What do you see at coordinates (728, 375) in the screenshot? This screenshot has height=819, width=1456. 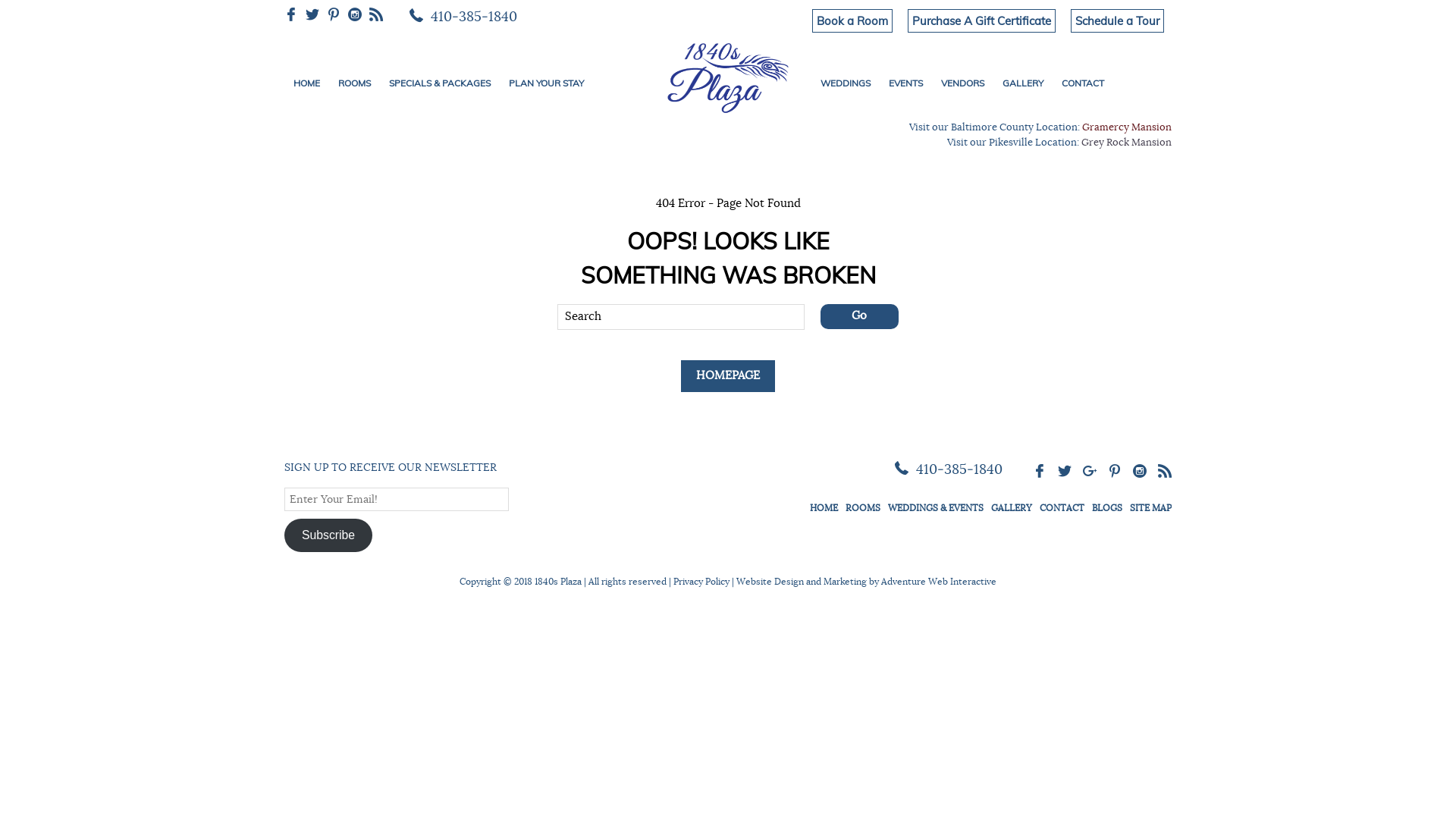 I see `'HOMEPAGE'` at bounding box center [728, 375].